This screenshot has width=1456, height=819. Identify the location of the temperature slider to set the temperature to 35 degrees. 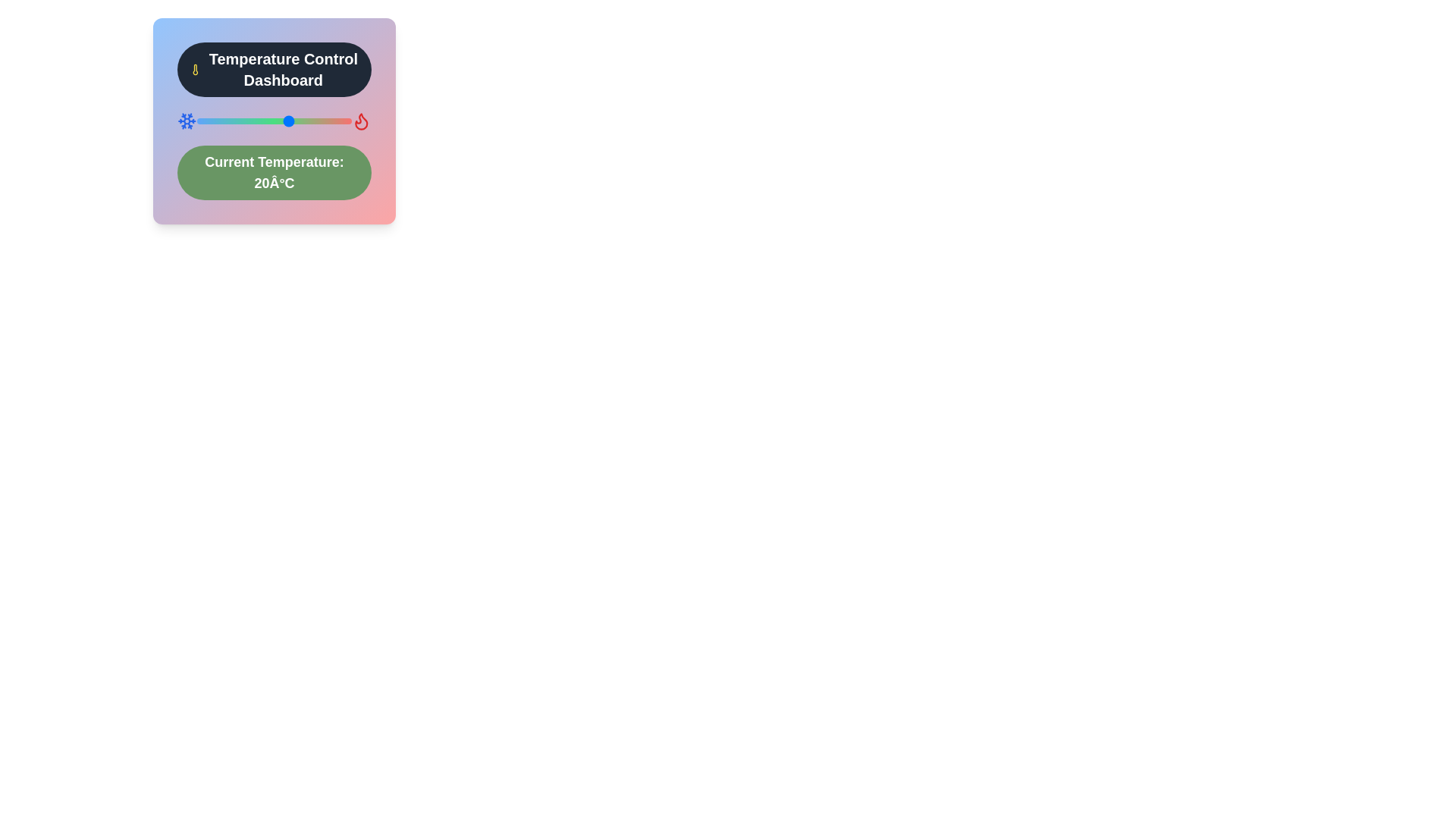
(335, 120).